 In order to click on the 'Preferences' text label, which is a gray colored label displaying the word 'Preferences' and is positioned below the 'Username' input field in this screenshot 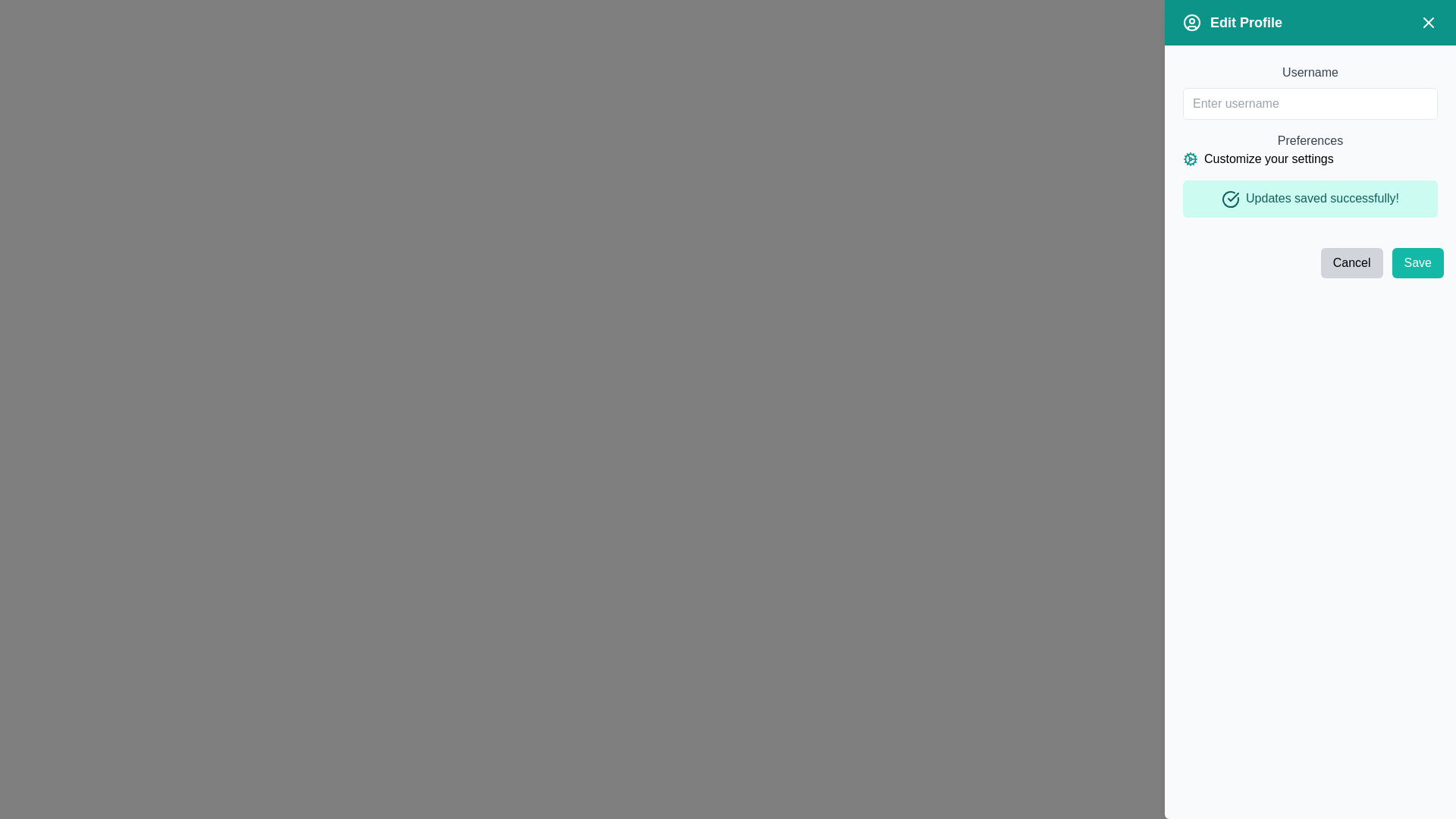, I will do `click(1310, 140)`.